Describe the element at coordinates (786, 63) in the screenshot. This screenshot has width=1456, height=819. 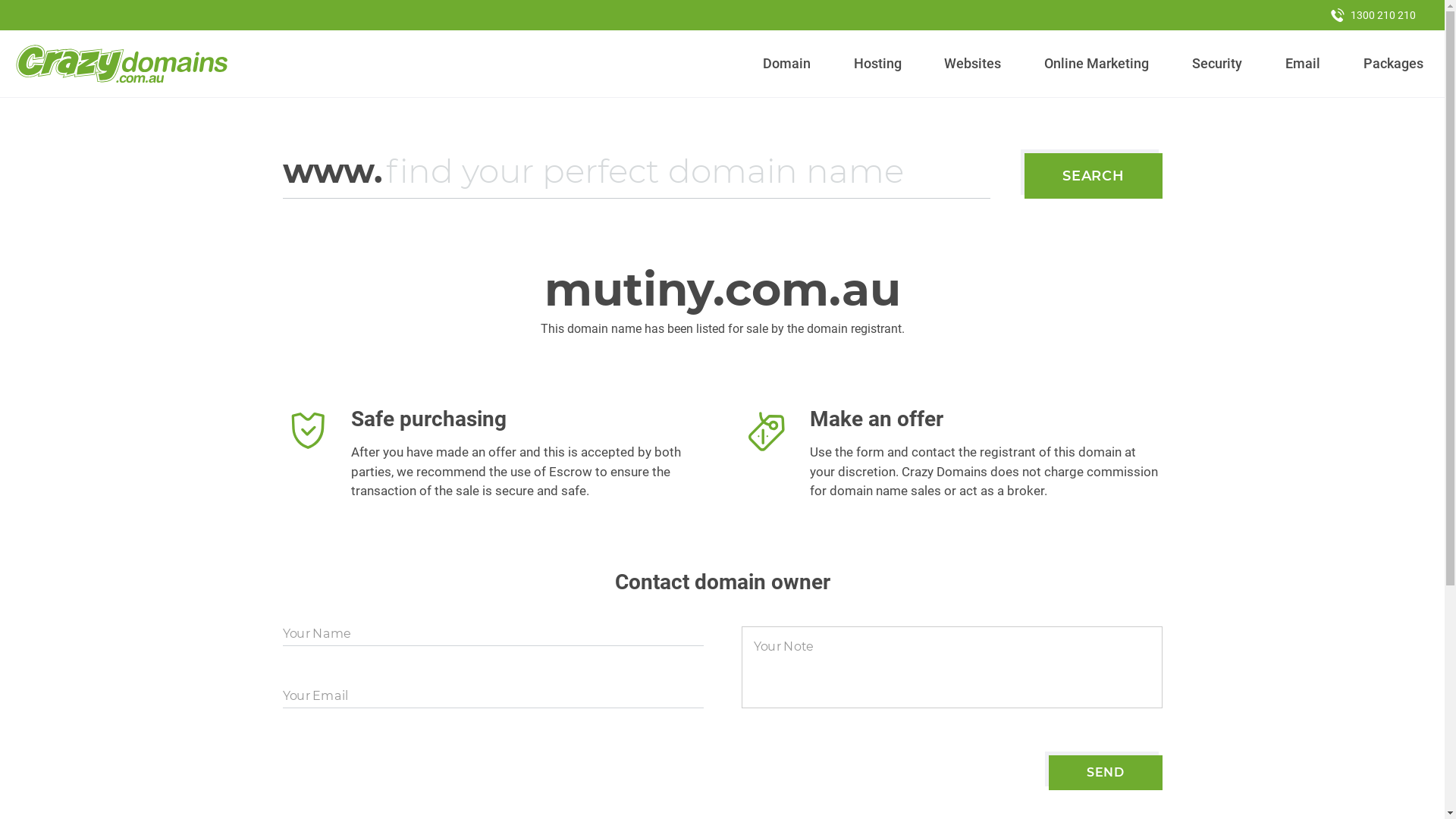
I see `'Domain'` at that location.